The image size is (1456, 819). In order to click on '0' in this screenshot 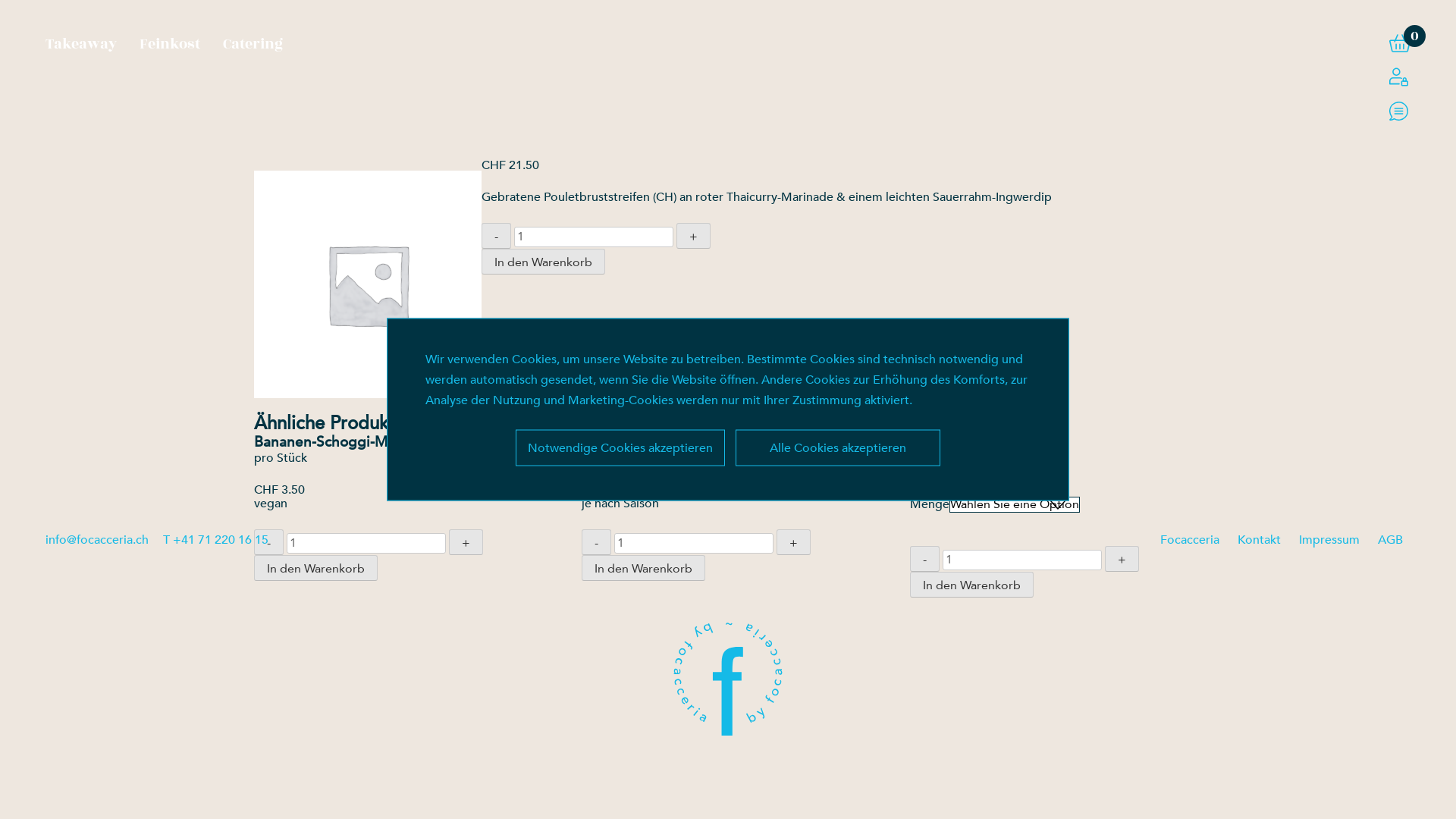, I will do `click(1399, 42)`.